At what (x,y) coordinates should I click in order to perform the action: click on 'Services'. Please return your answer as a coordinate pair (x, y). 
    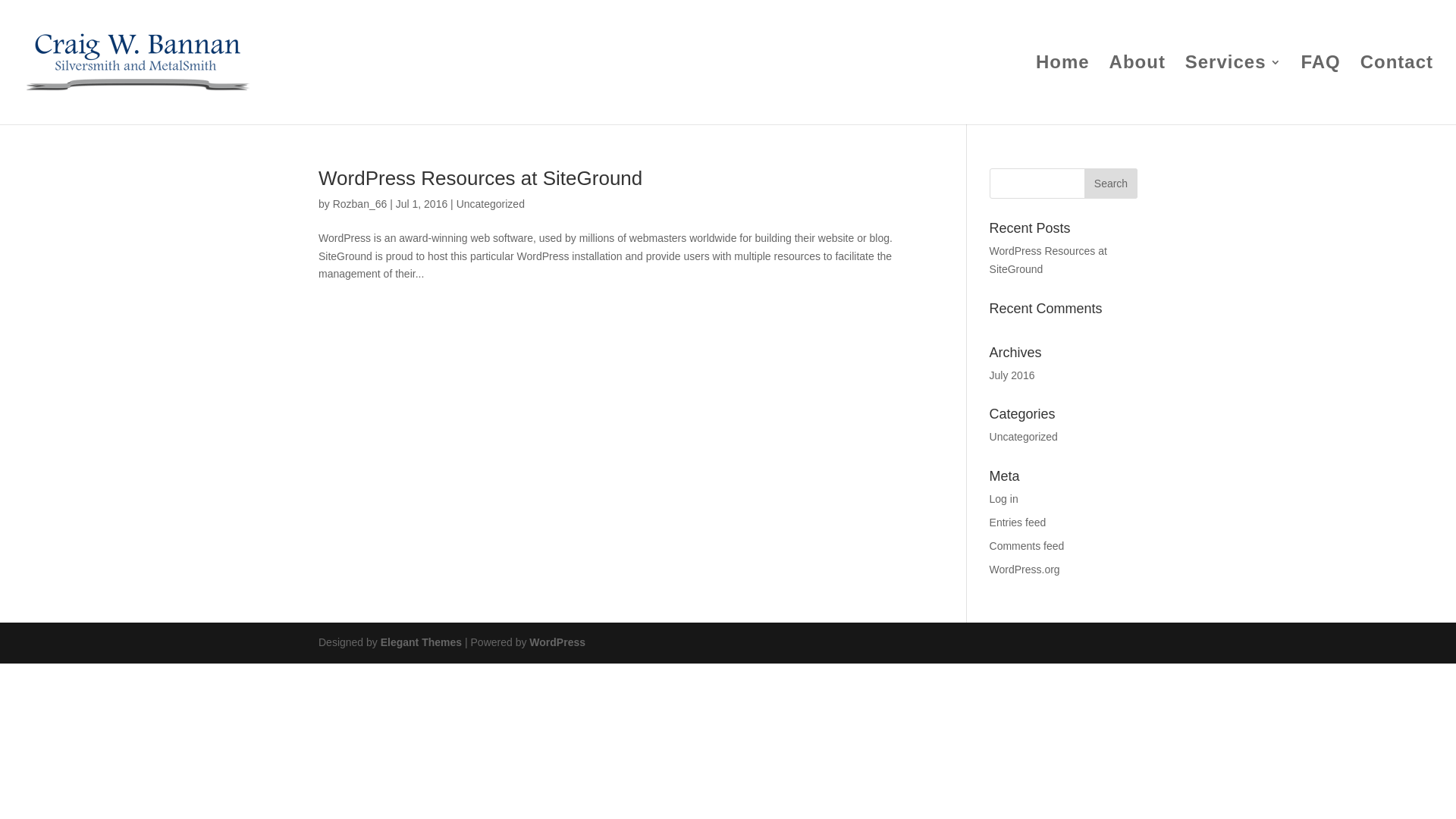
    Looking at the image, I should click on (1185, 90).